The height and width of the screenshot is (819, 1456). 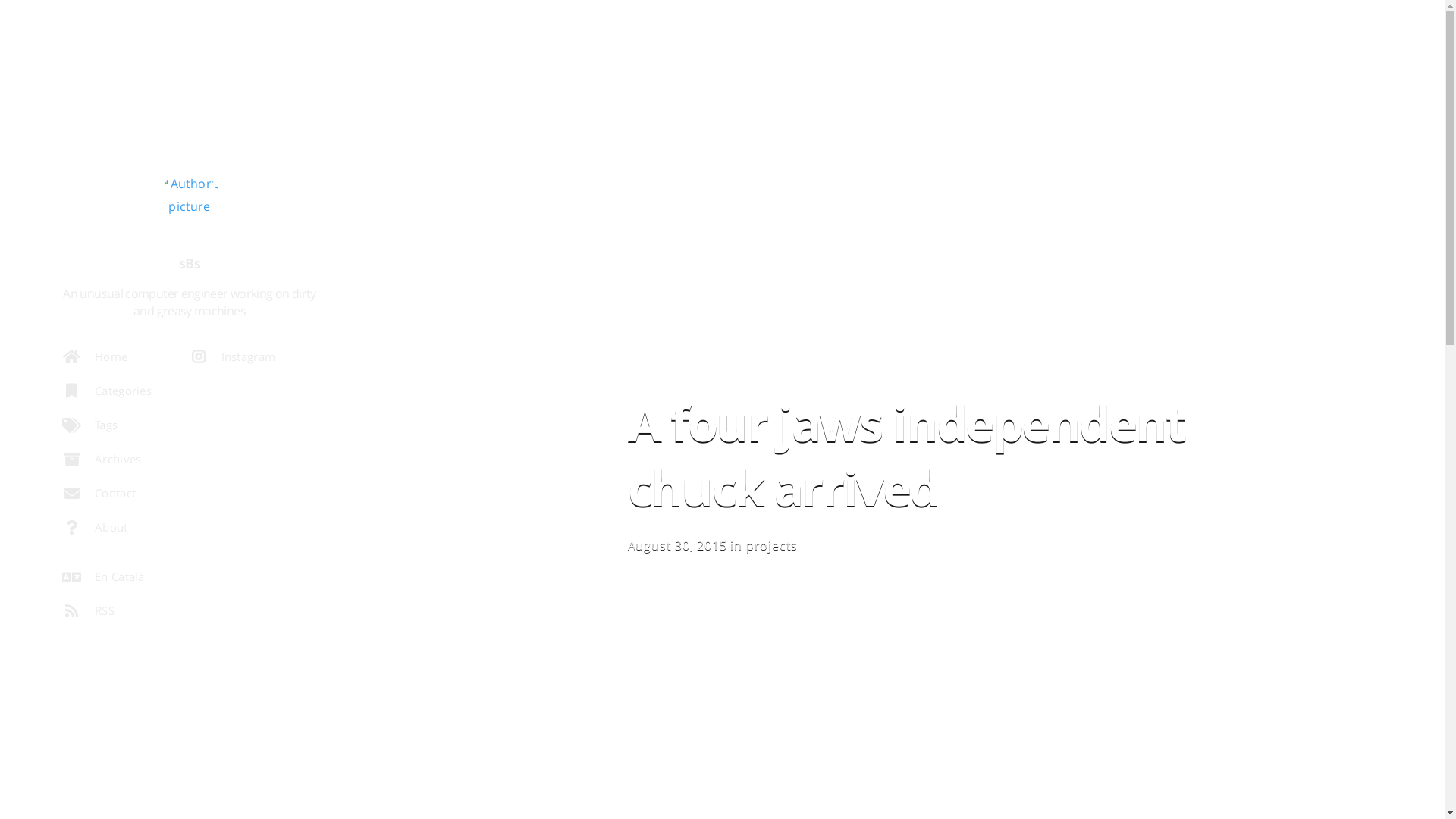 What do you see at coordinates (745, 544) in the screenshot?
I see `'projects'` at bounding box center [745, 544].